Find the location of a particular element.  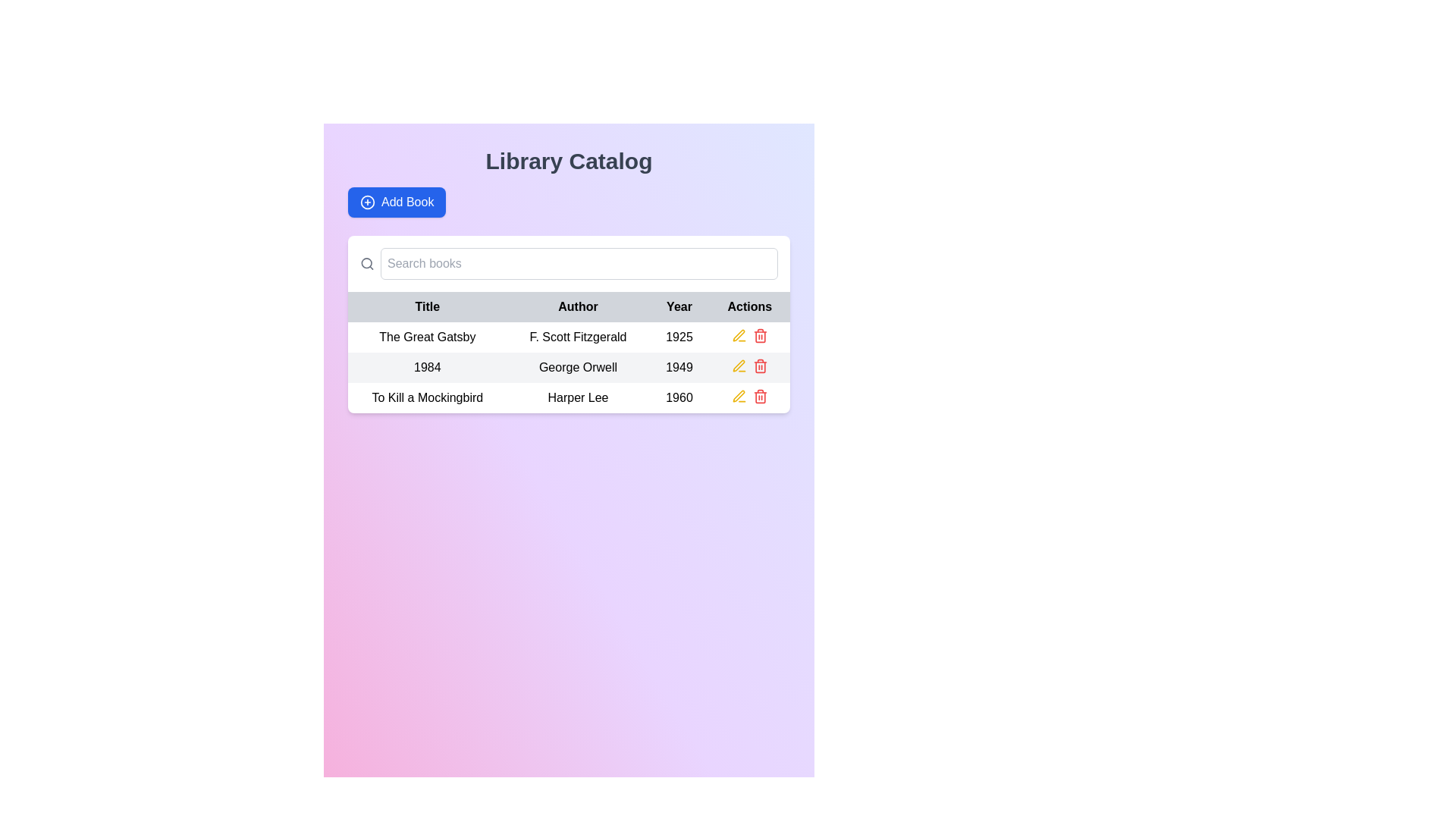

the non-interactive text label displaying the title of a book in the library catalog, located in the third row under the 'Title' column is located at coordinates (426, 397).